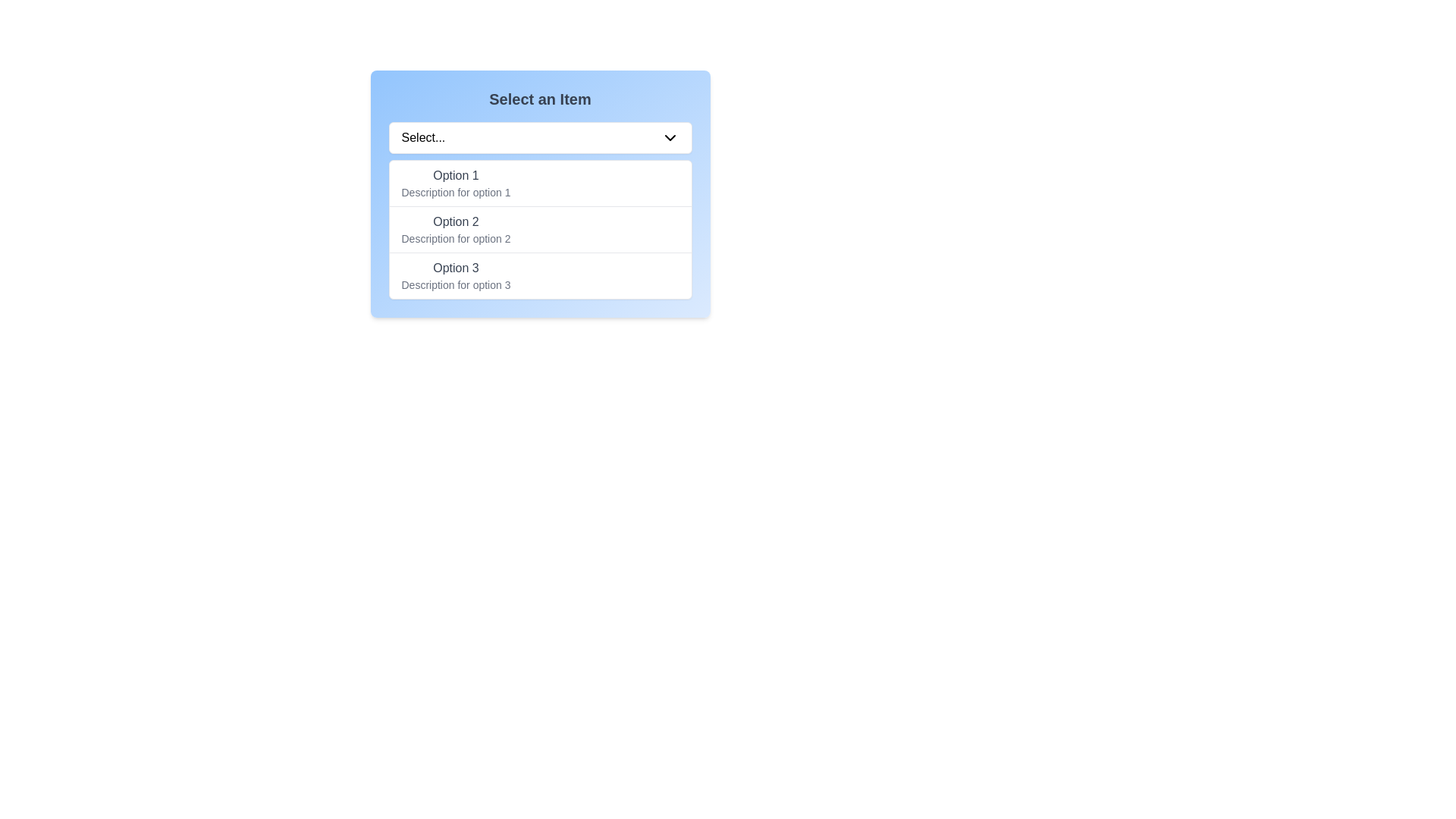 The height and width of the screenshot is (819, 1456). I want to click on the descriptive text element located below 'Option 2' in the dropdown menu, which provides additional information about this option, so click(455, 239).